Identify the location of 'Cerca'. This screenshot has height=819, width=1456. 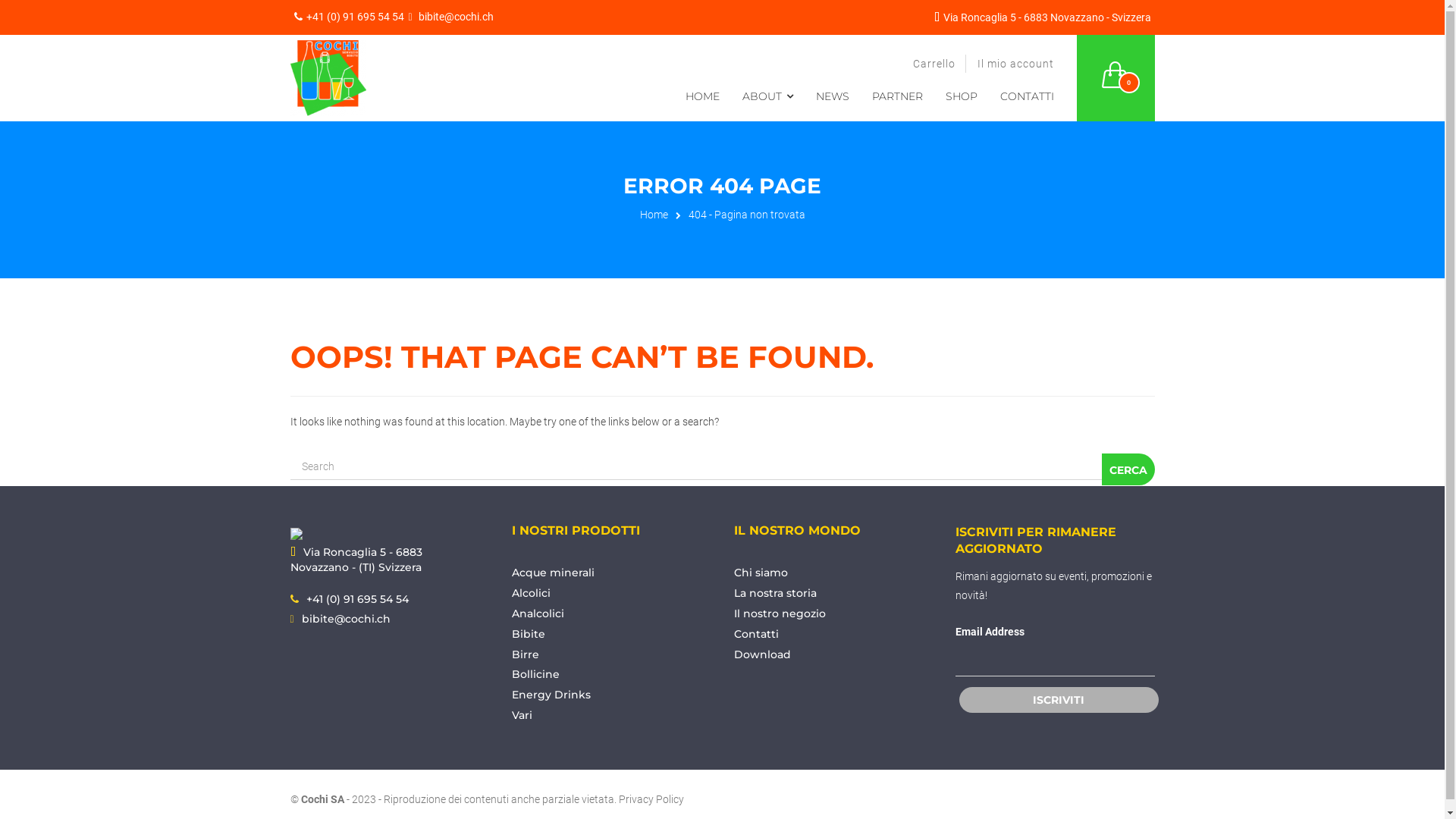
(1128, 468).